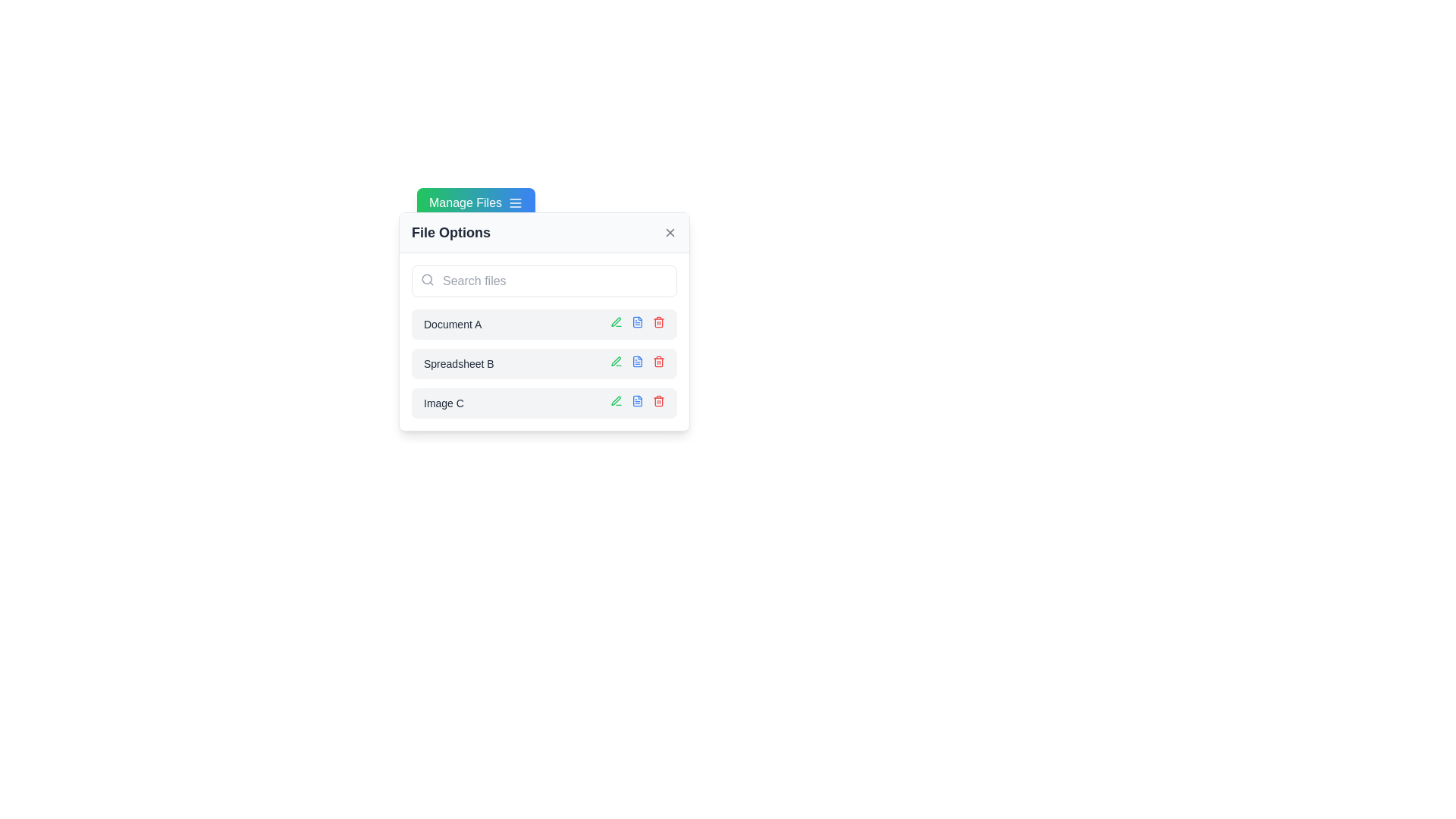 The width and height of the screenshot is (1456, 819). I want to click on the close button located at the top right corner of the 'File Options' section, so click(669, 233).